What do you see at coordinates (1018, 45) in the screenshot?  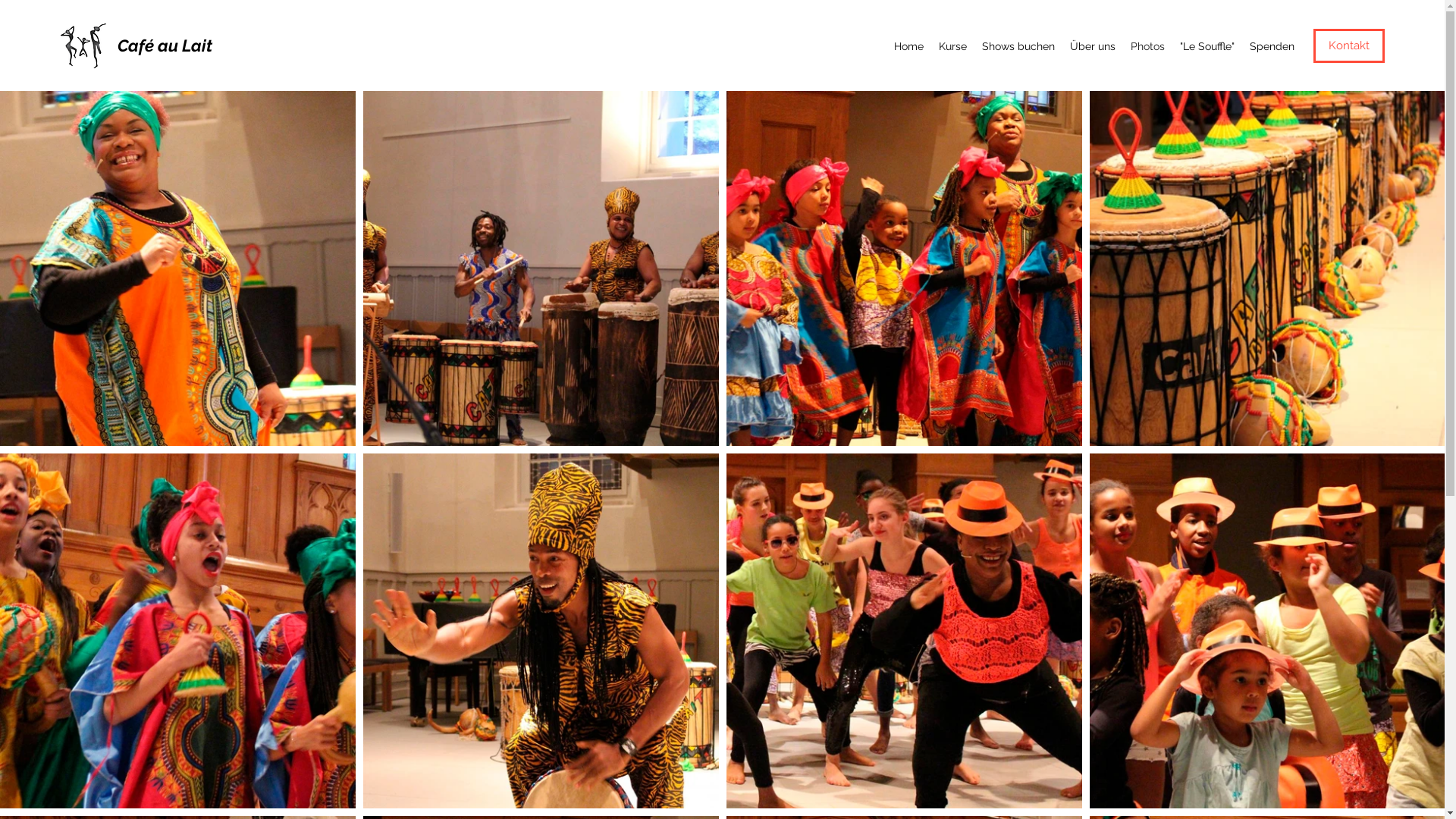 I see `'Shows buchen'` at bounding box center [1018, 45].